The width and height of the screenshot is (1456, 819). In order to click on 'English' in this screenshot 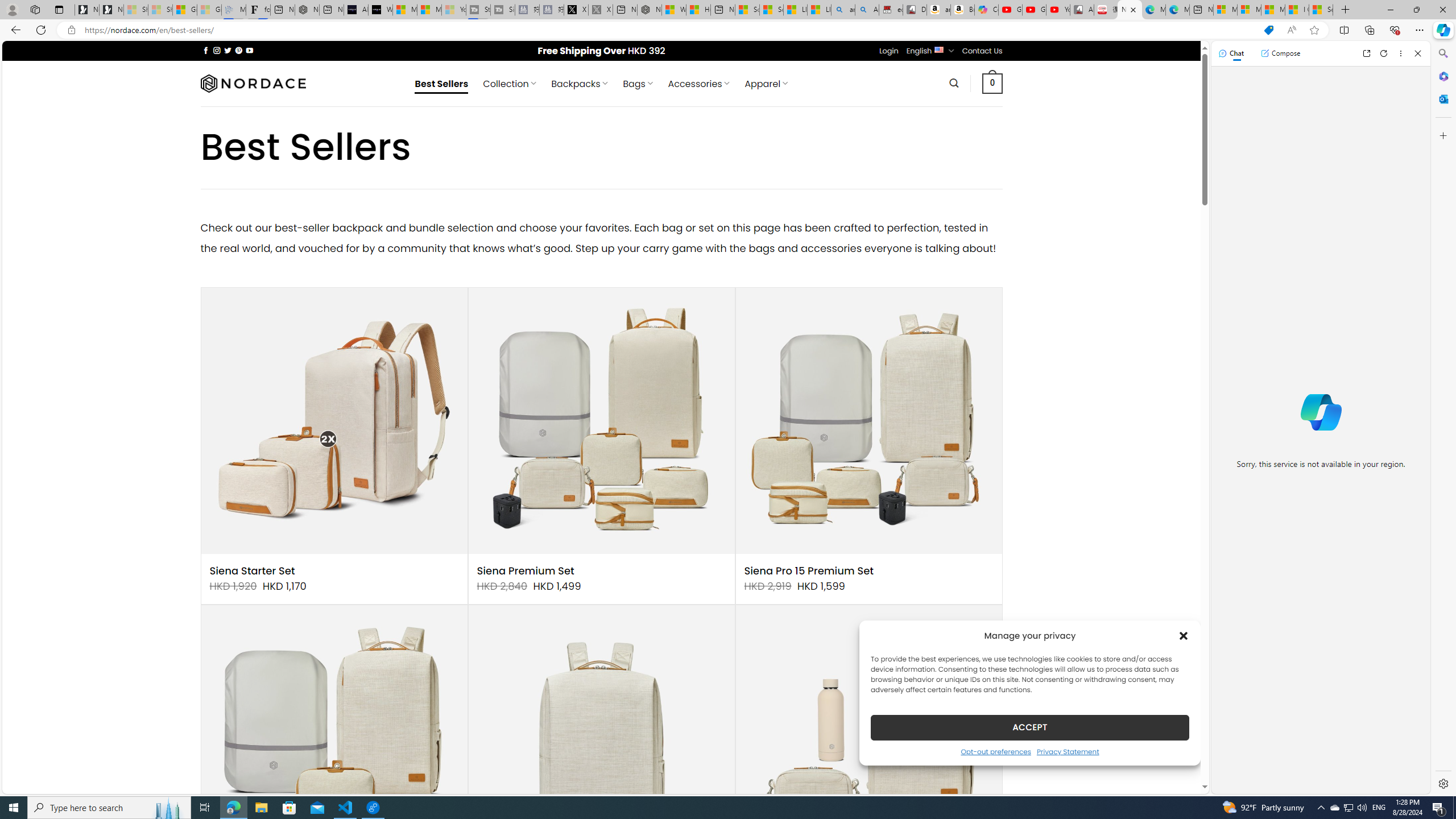, I will do `click(938, 49)`.